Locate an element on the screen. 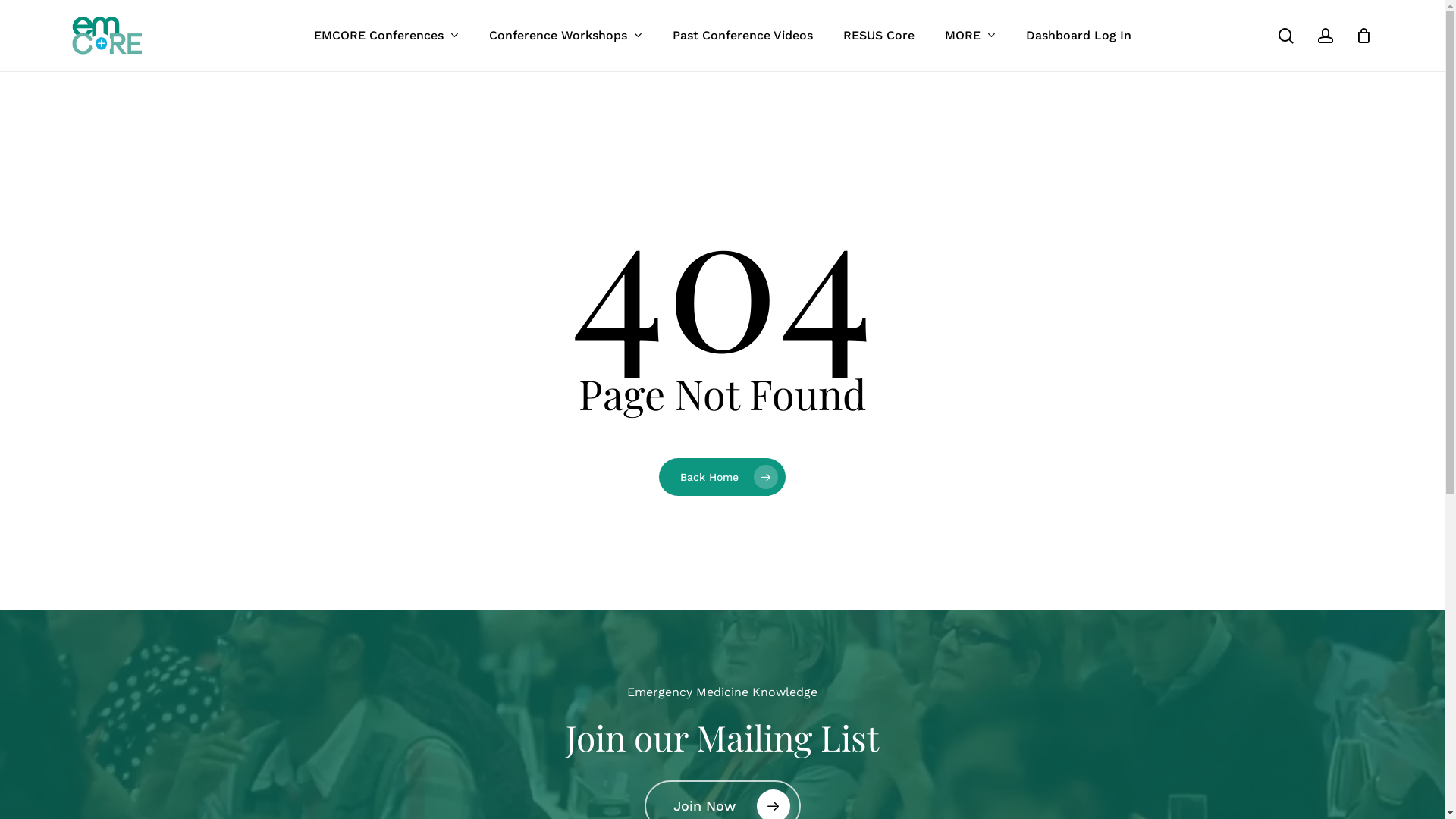 Image resolution: width=1456 pixels, height=819 pixels. 'account' is located at coordinates (1324, 34).